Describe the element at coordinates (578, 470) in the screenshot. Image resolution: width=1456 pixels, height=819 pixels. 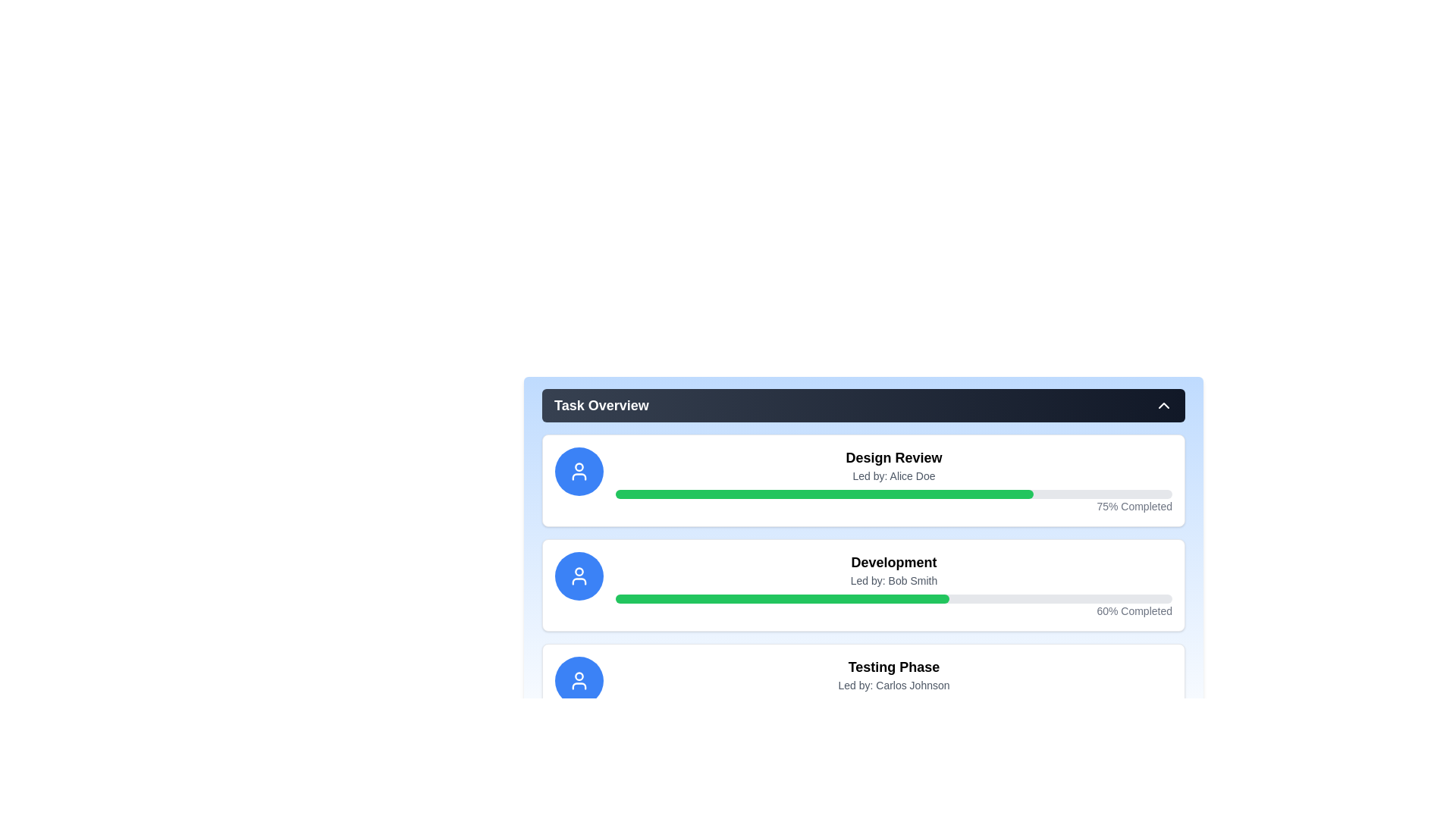
I see `the circular icon with a blue background and a white user symbol, located in the 'Design Review' card within the 'Task Overview' section` at that location.